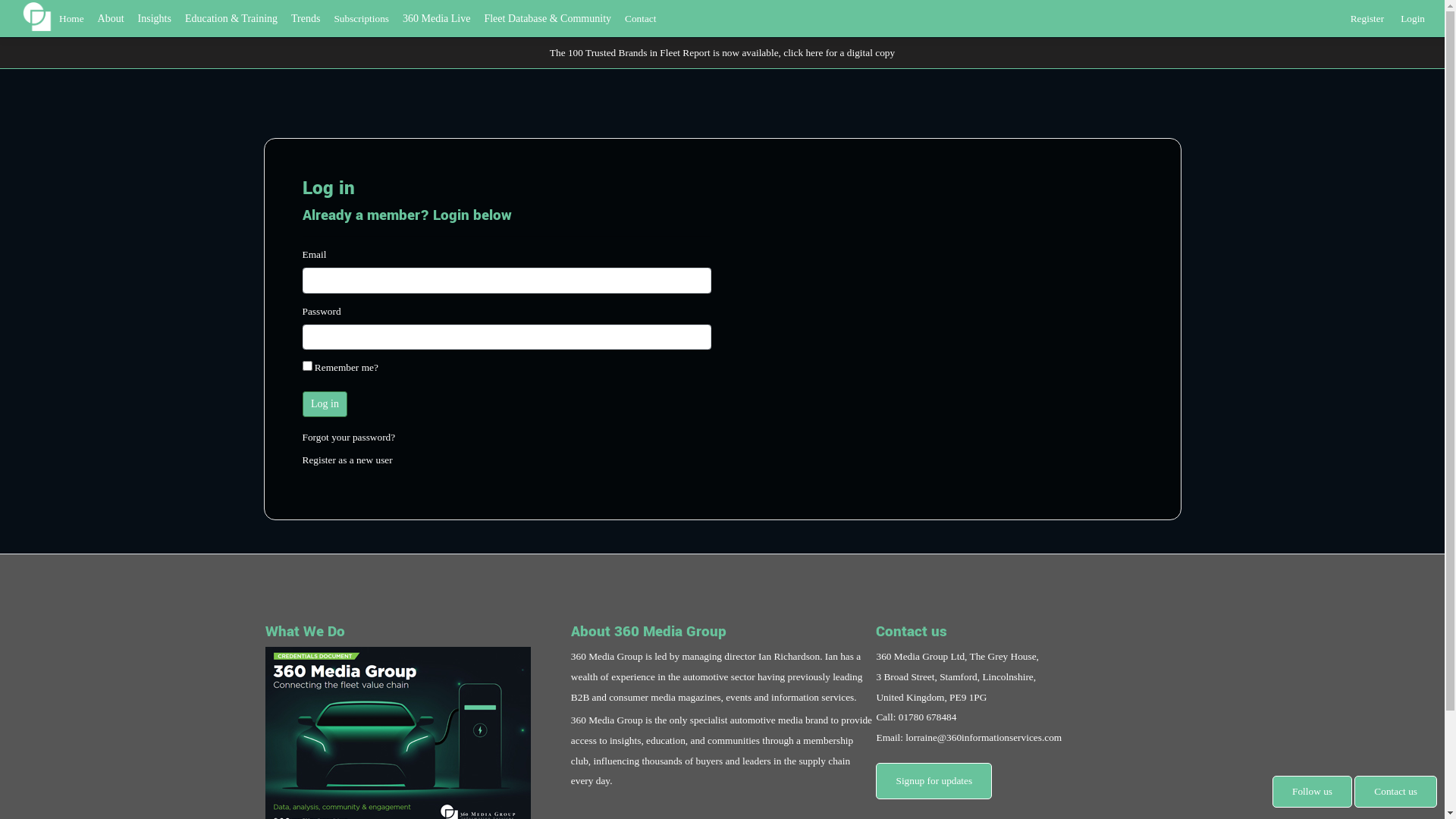 Image resolution: width=1456 pixels, height=819 pixels. What do you see at coordinates (876, 781) in the screenshot?
I see `'Signup for updates'` at bounding box center [876, 781].